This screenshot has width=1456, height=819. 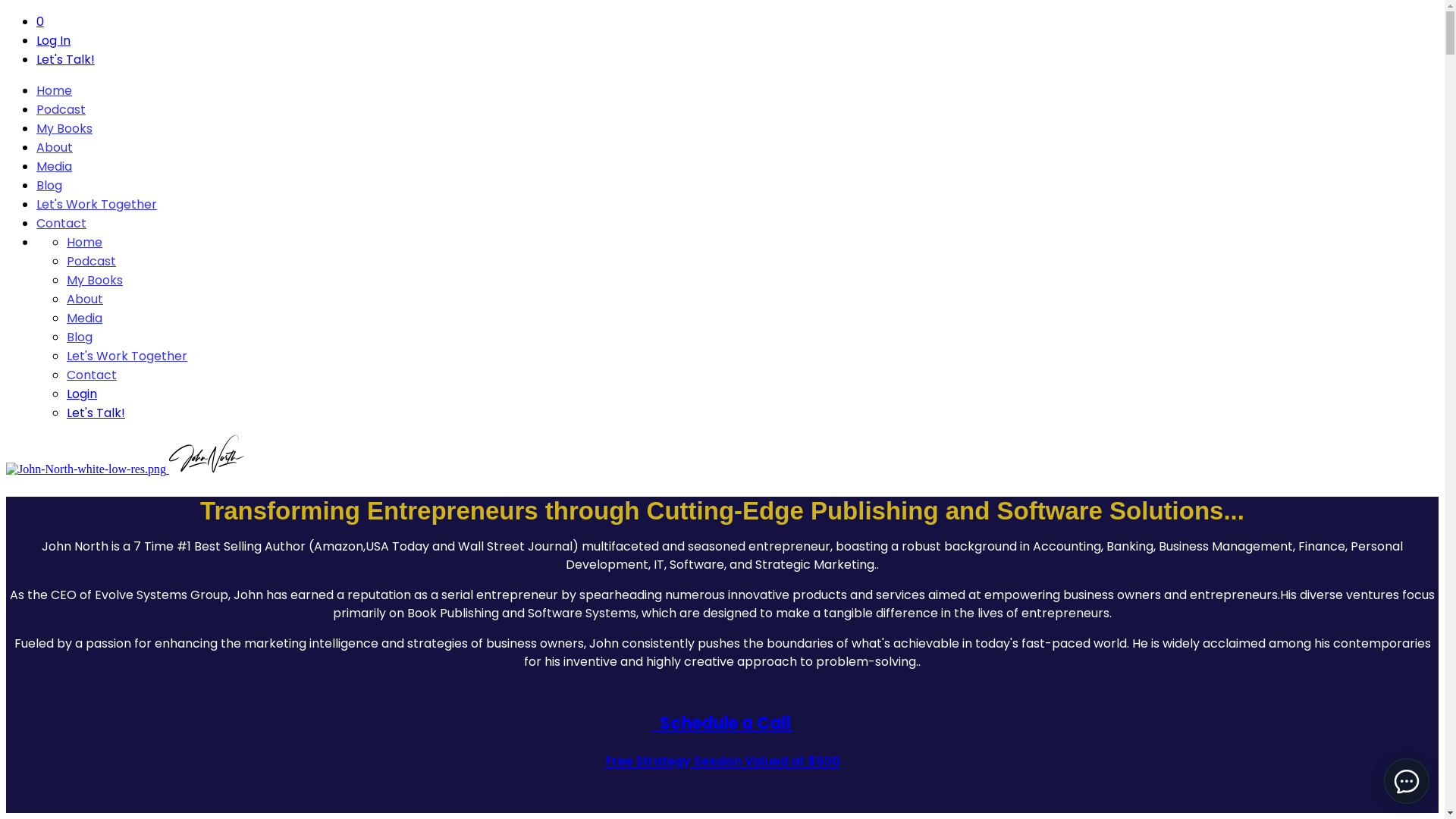 What do you see at coordinates (65, 375) in the screenshot?
I see `'Contact'` at bounding box center [65, 375].